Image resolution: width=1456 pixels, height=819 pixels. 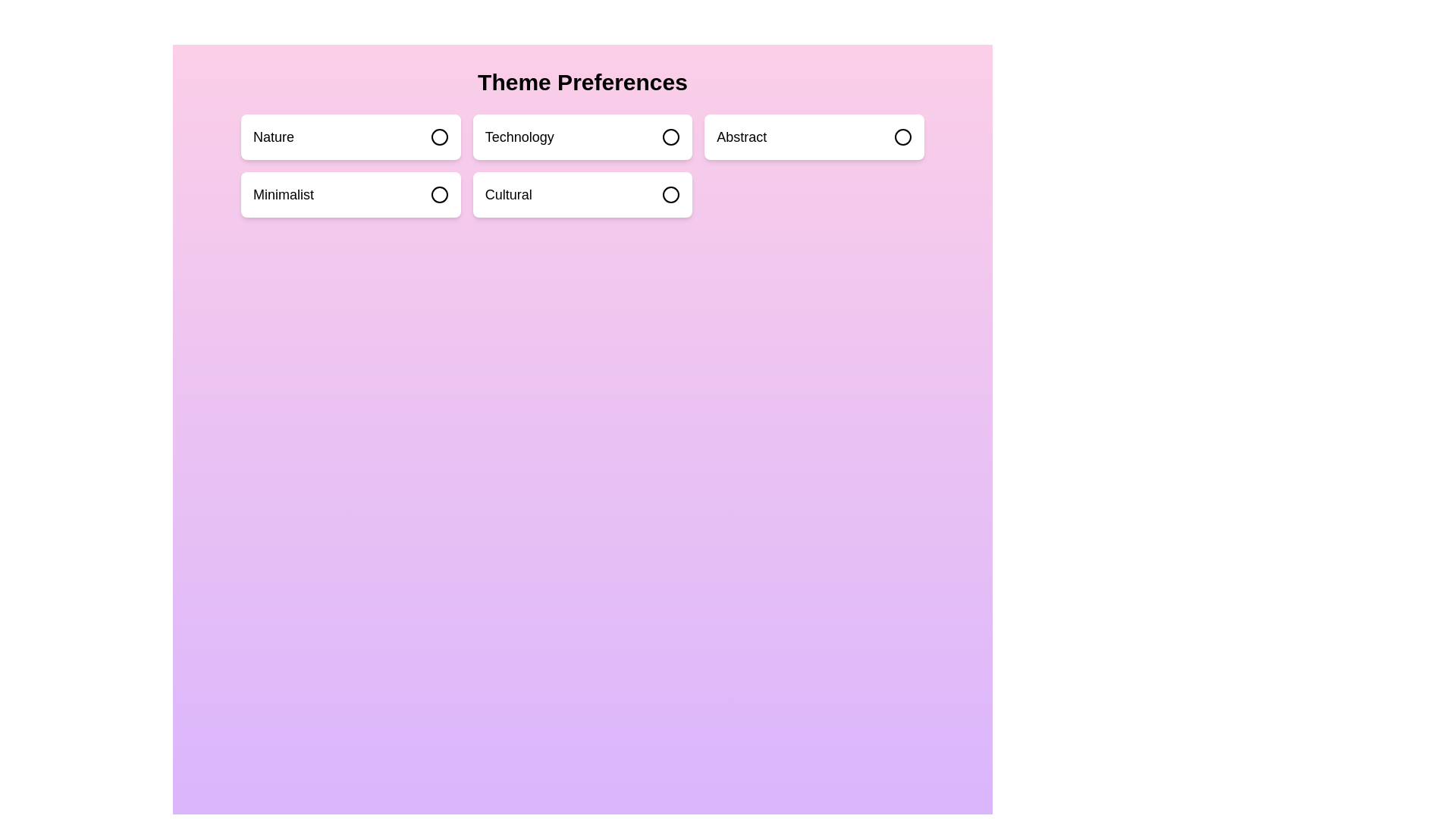 What do you see at coordinates (349, 194) in the screenshot?
I see `the theme box labeled Minimalist` at bounding box center [349, 194].